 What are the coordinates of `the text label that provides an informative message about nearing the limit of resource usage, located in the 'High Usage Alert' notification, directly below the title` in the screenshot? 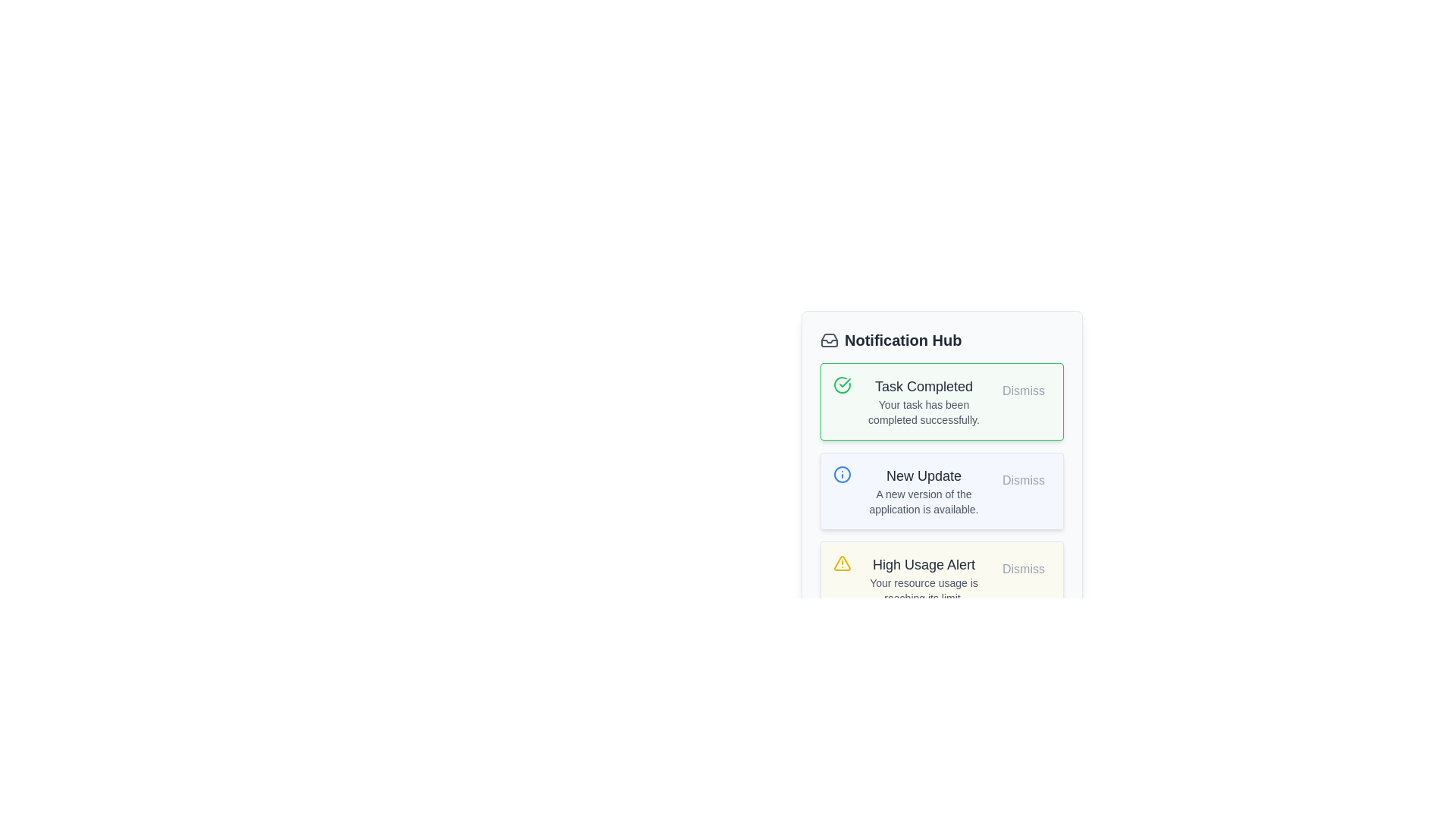 It's located at (923, 590).